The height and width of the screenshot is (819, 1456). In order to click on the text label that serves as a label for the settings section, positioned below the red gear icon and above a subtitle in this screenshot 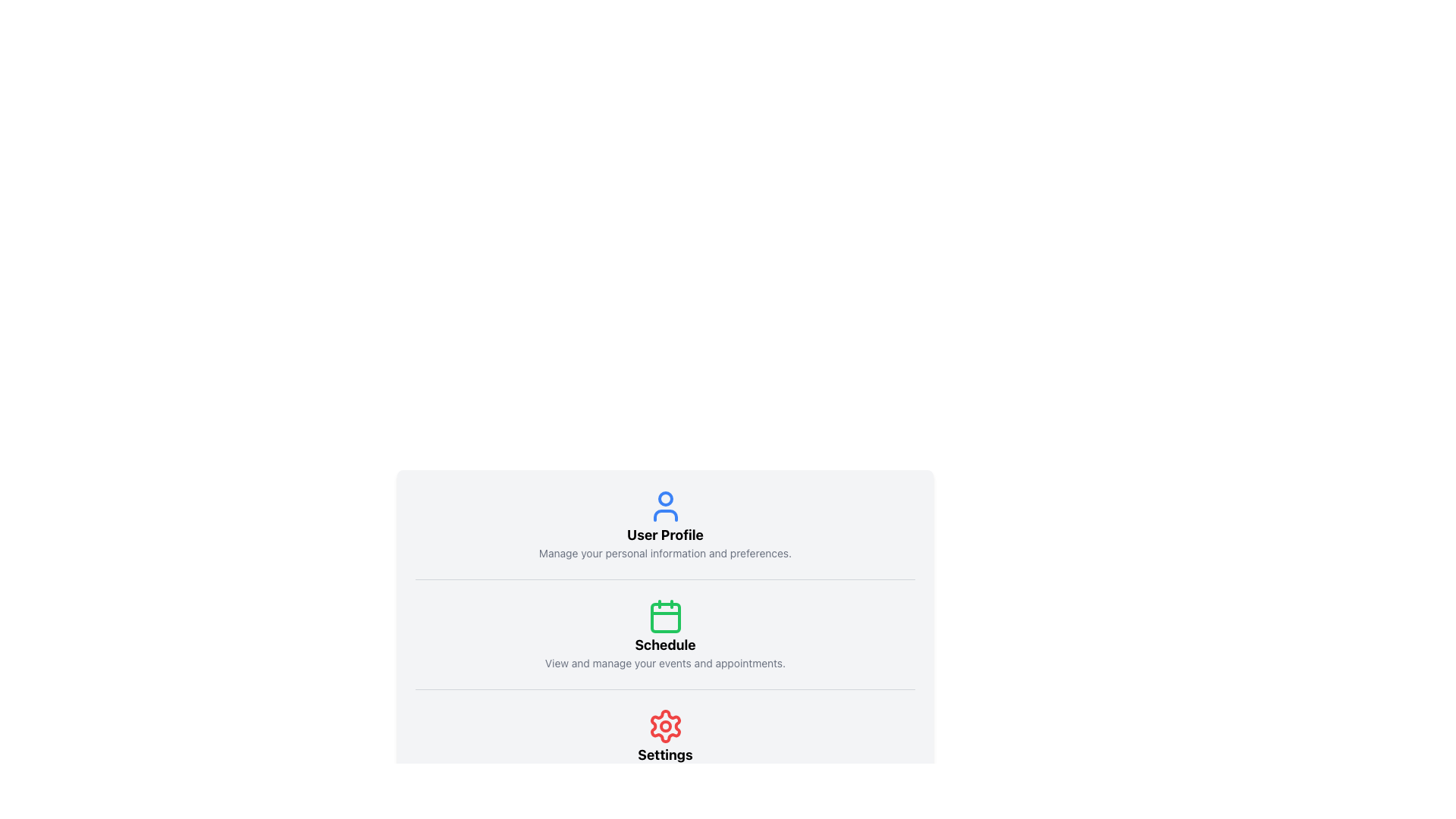, I will do `click(665, 755)`.